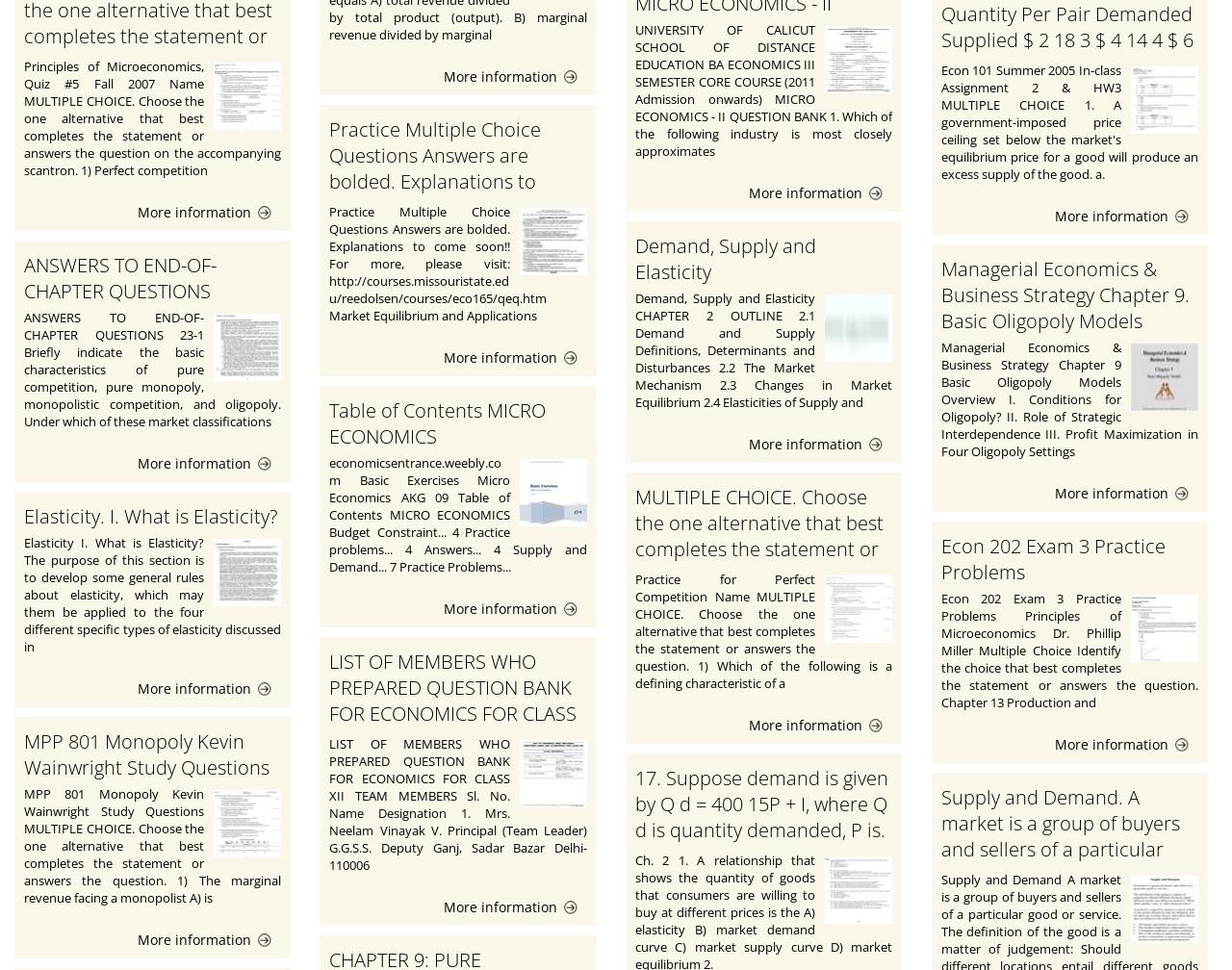 The image size is (1232, 970). What do you see at coordinates (1068, 397) in the screenshot?
I see `'Managerial Economics & Business Strategy Chapter 9 Basic Oligopoly Models Overview I. Conditions for Oligopoly? II. Role of Strategic Interdependence III. Profit Maximization in Four Oligopoly Settings'` at bounding box center [1068, 397].